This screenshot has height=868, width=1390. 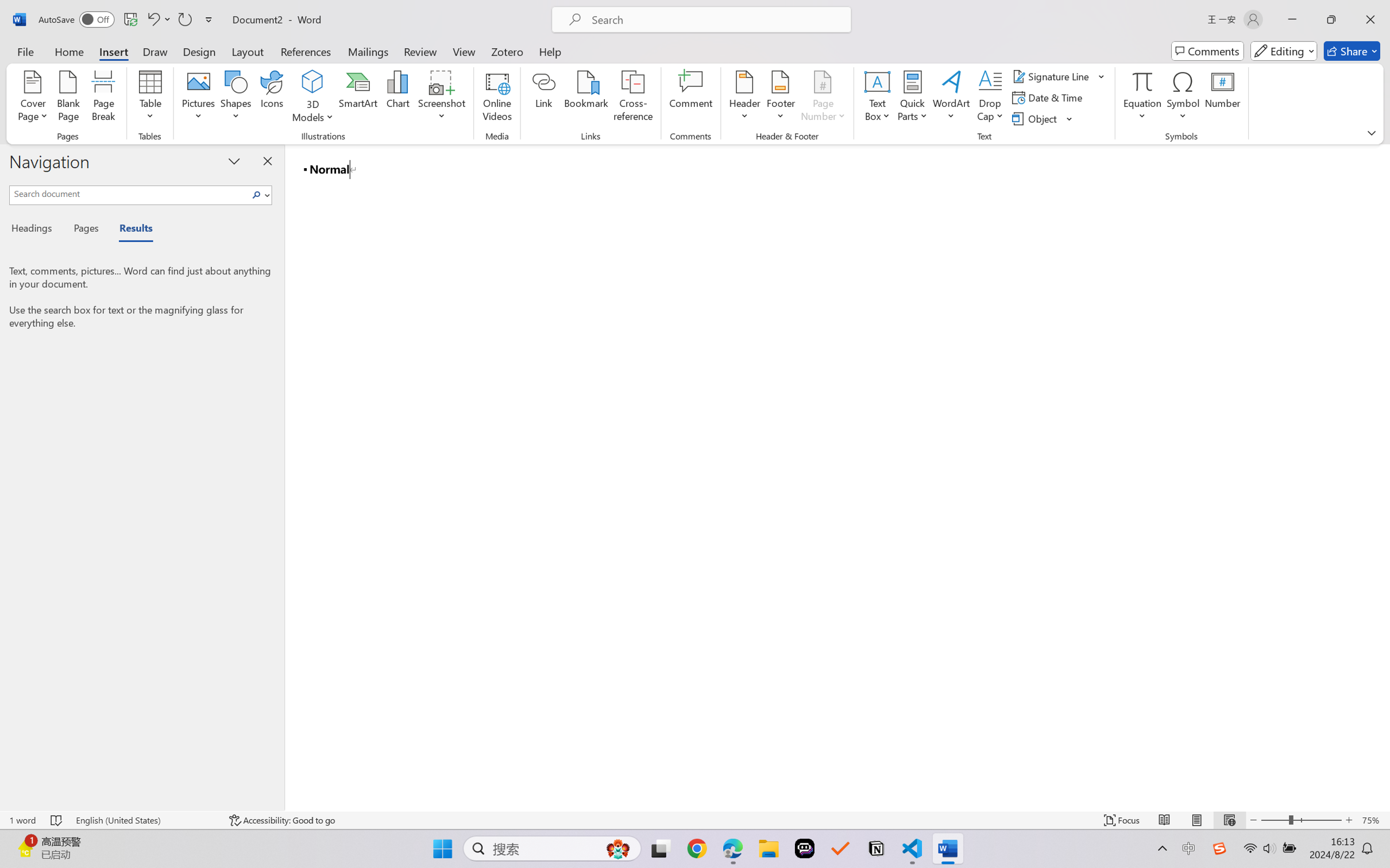 I want to click on 'SmartArt...', so click(x=358, y=98).